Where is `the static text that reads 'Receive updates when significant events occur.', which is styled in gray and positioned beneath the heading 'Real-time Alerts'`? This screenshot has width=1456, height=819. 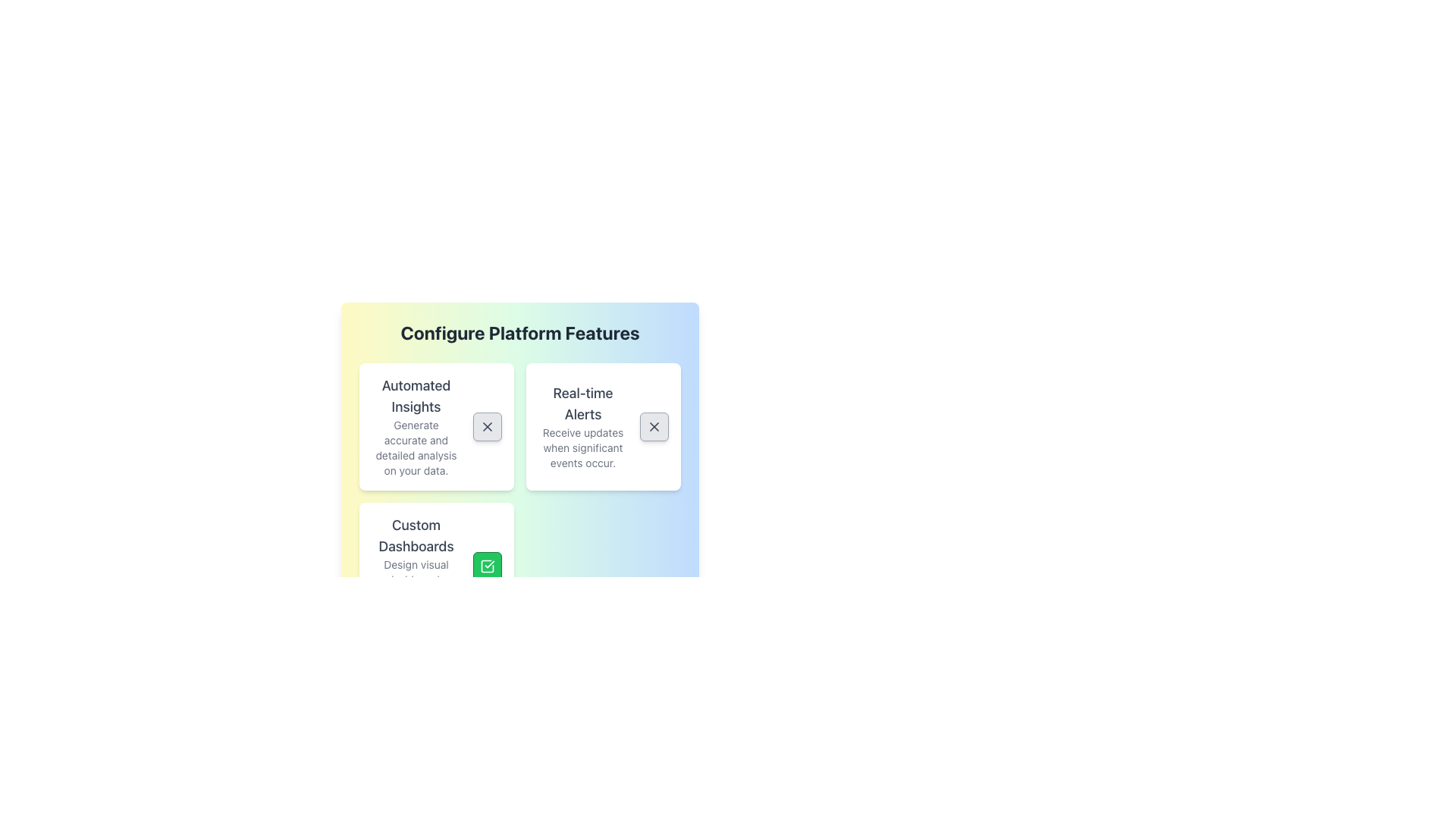
the static text that reads 'Receive updates when significant events occur.', which is styled in gray and positioned beneath the heading 'Real-time Alerts' is located at coordinates (582, 447).